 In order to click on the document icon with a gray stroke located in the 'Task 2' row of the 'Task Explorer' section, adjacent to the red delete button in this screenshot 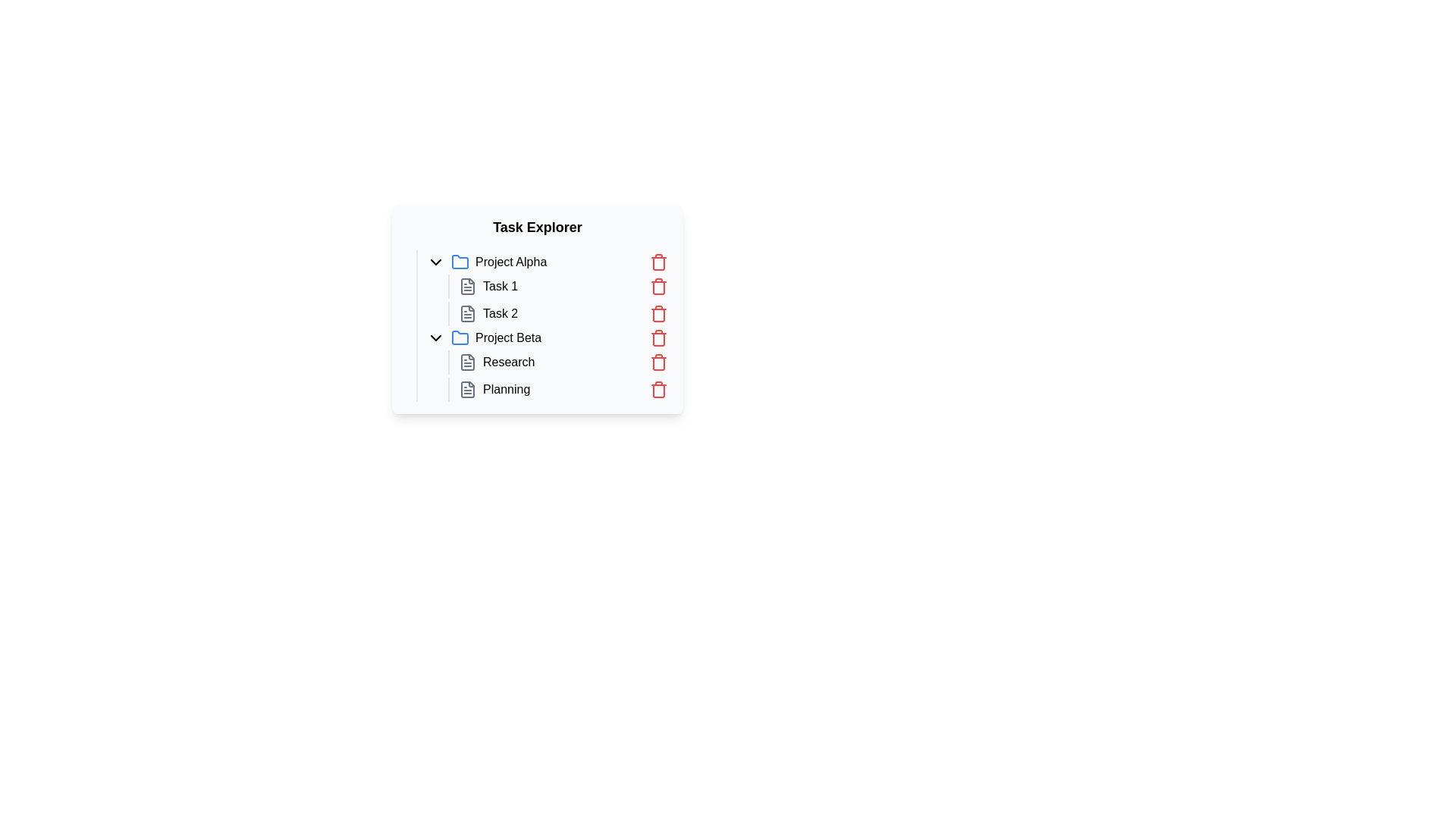, I will do `click(467, 312)`.